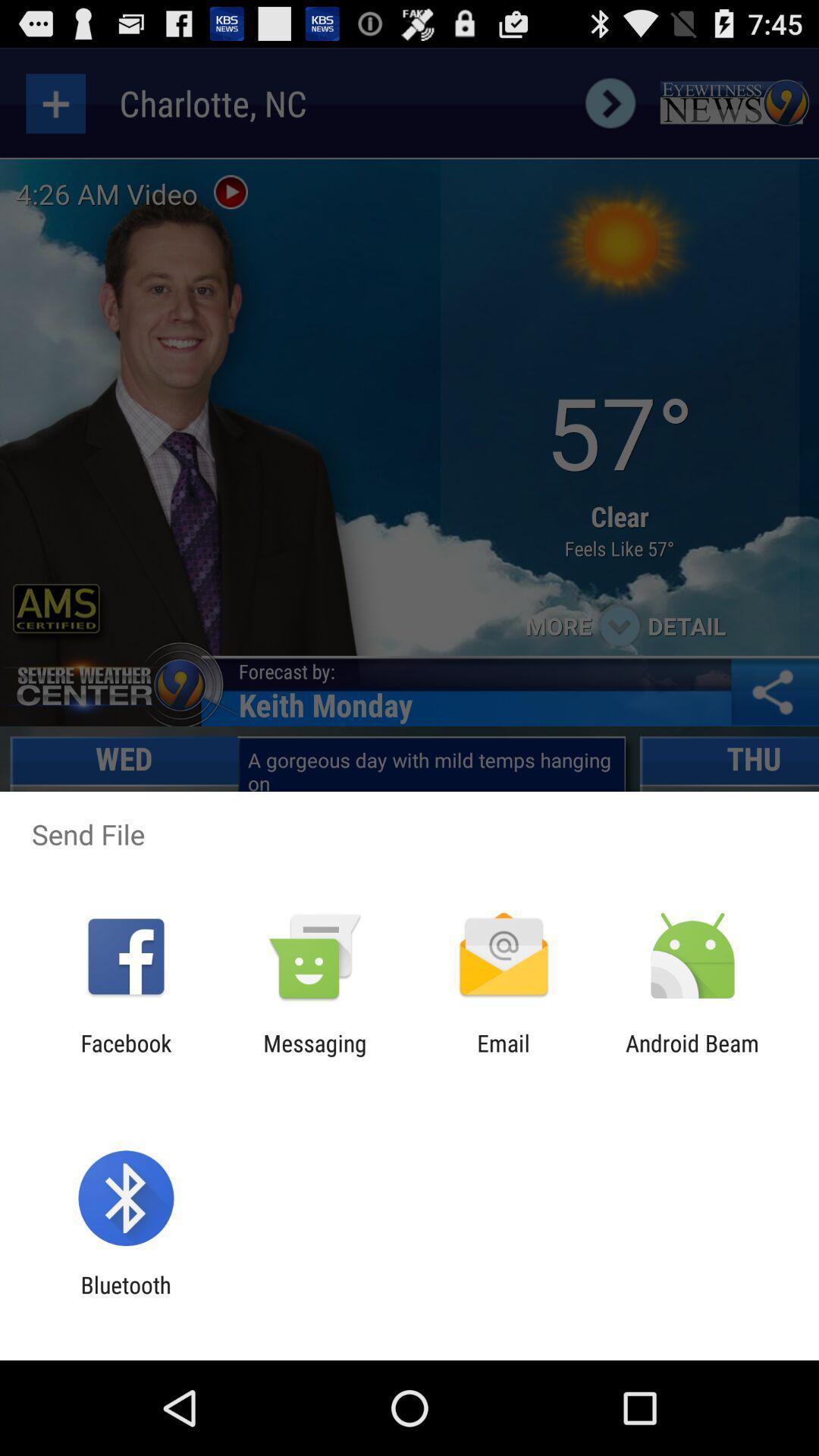 The width and height of the screenshot is (819, 1456). I want to click on facebook item, so click(125, 1056).